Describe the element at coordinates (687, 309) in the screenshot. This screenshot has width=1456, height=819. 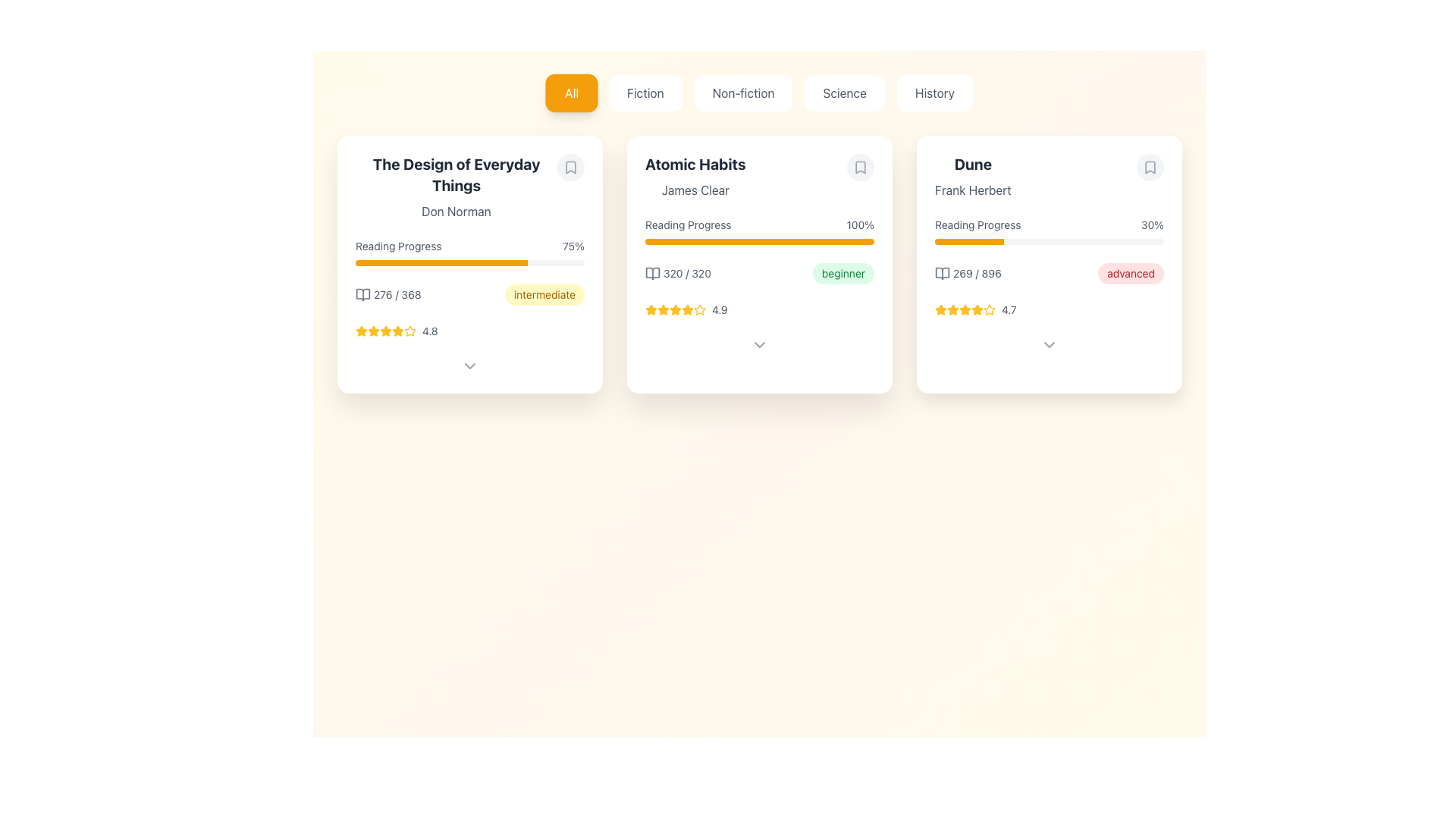
I see `the fourth star-shaped icon in the rating section of the 'Atomic Habits' card` at that location.